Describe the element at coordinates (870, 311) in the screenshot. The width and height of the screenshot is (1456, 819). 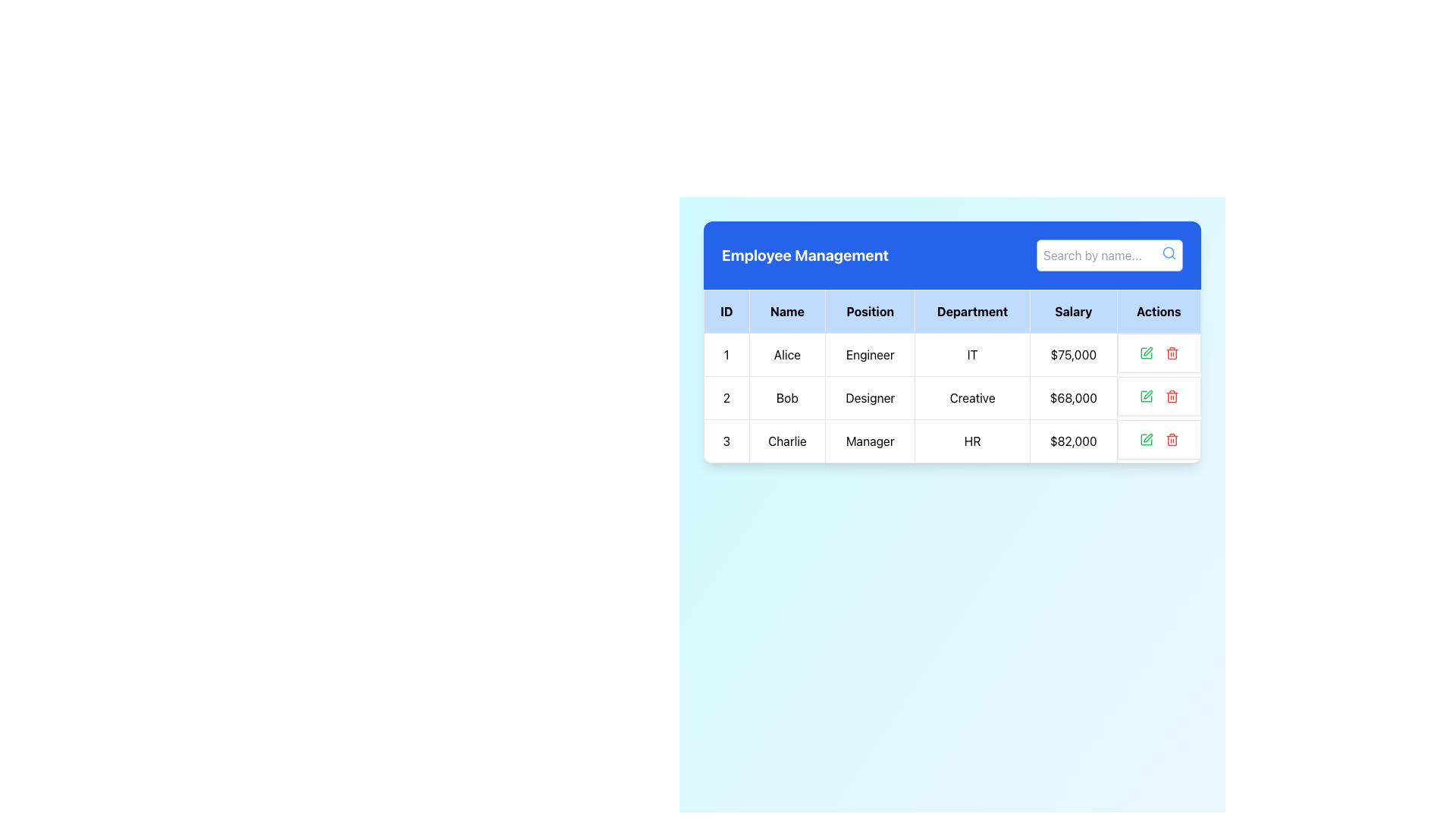
I see `the Table Header Cell labeled 'Position', which is styled with bold black text on a light blue background and is located as the third column in the header row of the table` at that location.